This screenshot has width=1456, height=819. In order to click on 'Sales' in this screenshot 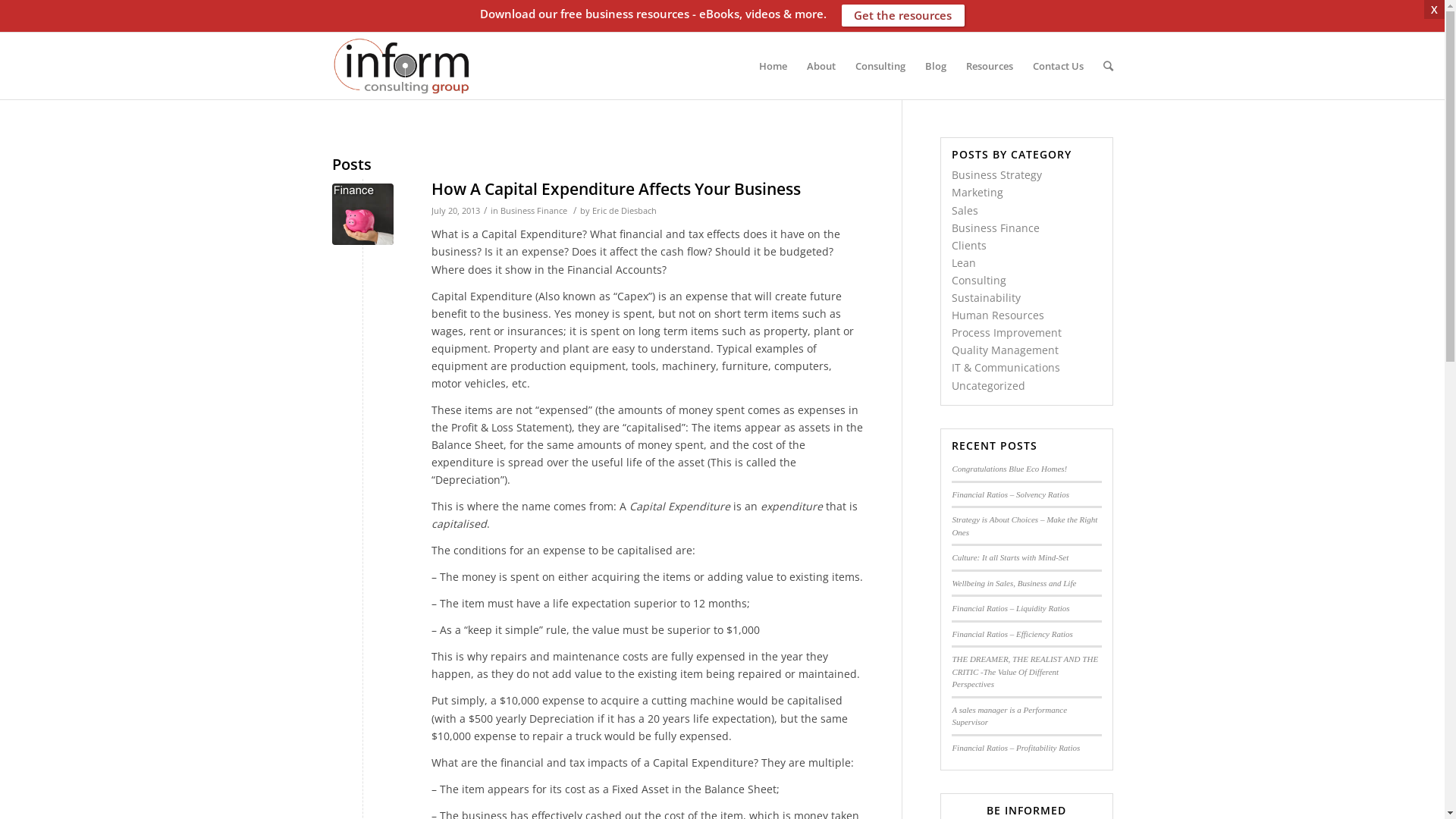, I will do `click(964, 210)`.